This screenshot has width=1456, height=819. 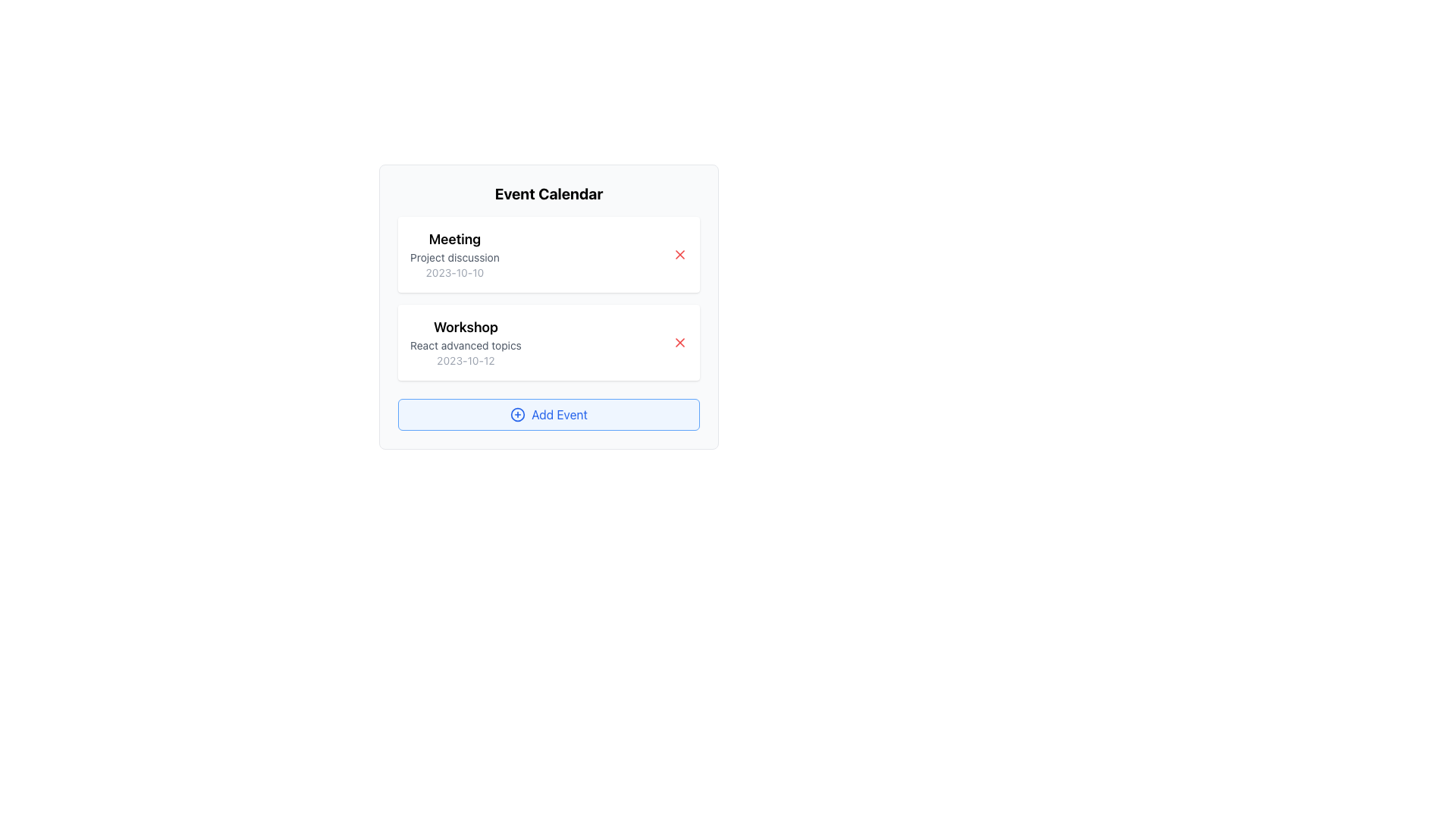 What do you see at coordinates (465, 327) in the screenshot?
I see `the workshop event title label` at bounding box center [465, 327].